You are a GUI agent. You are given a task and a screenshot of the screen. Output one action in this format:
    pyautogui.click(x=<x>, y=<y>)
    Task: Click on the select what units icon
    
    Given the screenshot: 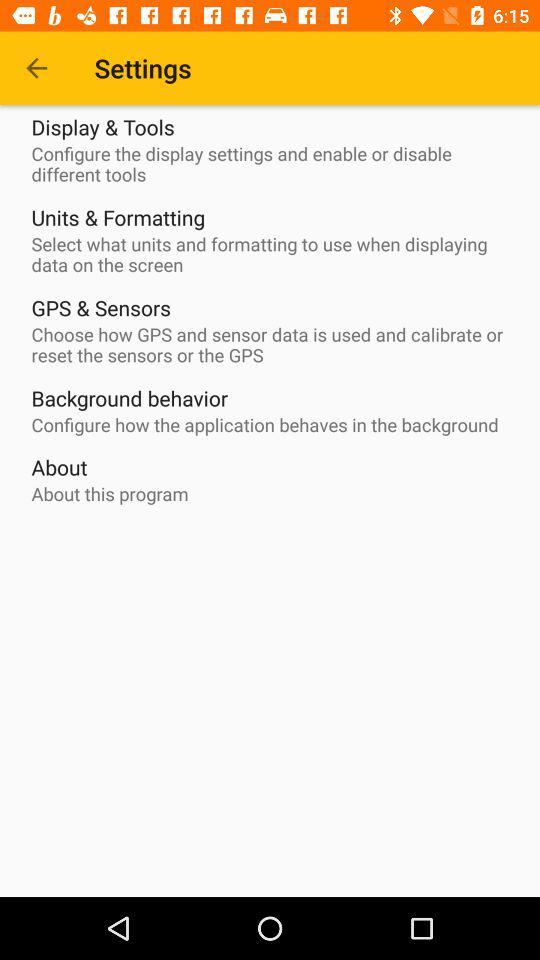 What is the action you would take?
    pyautogui.click(x=274, y=253)
    